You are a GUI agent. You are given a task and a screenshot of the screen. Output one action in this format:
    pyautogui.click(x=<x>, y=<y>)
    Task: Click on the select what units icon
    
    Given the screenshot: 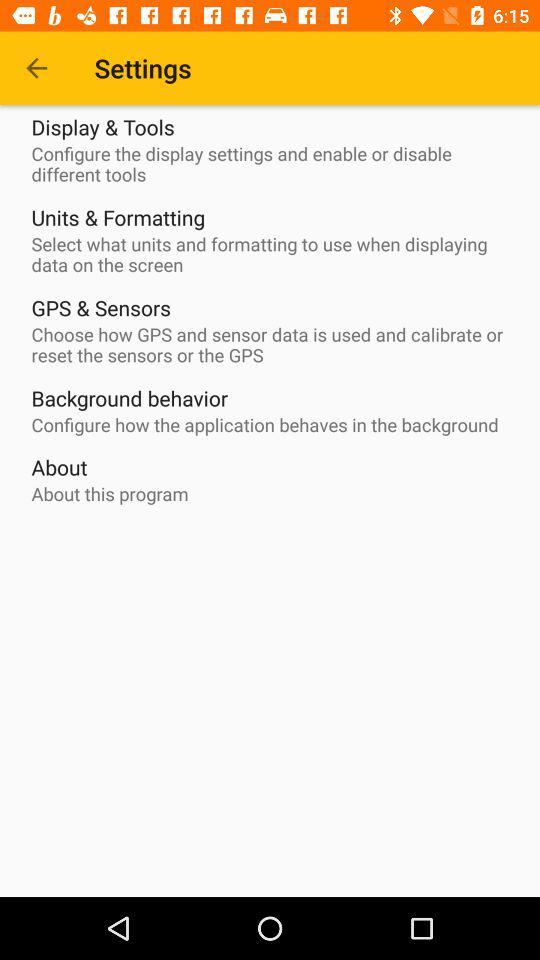 What is the action you would take?
    pyautogui.click(x=274, y=253)
    